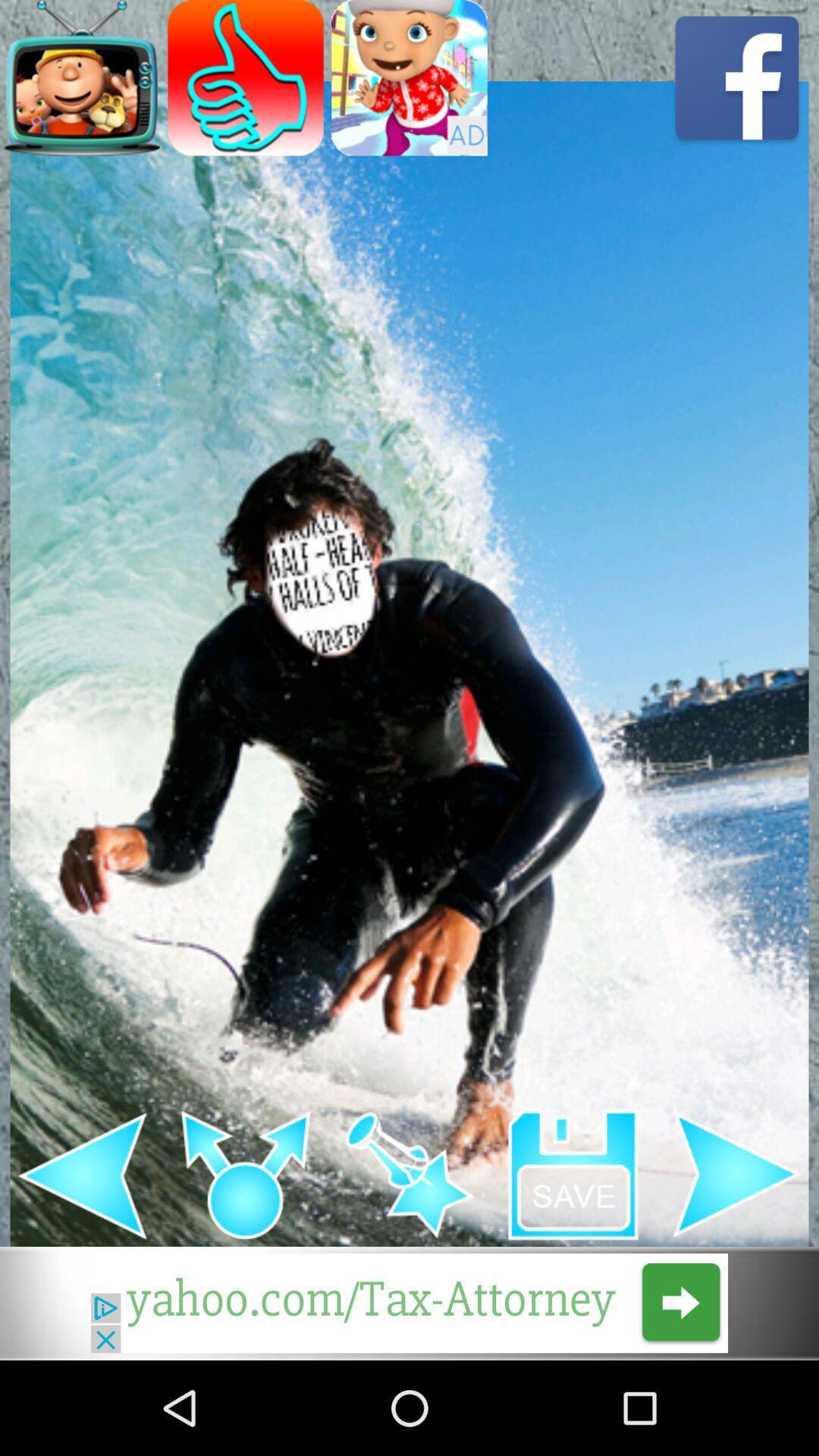 Image resolution: width=819 pixels, height=1456 pixels. I want to click on share to facebook, so click(736, 77).